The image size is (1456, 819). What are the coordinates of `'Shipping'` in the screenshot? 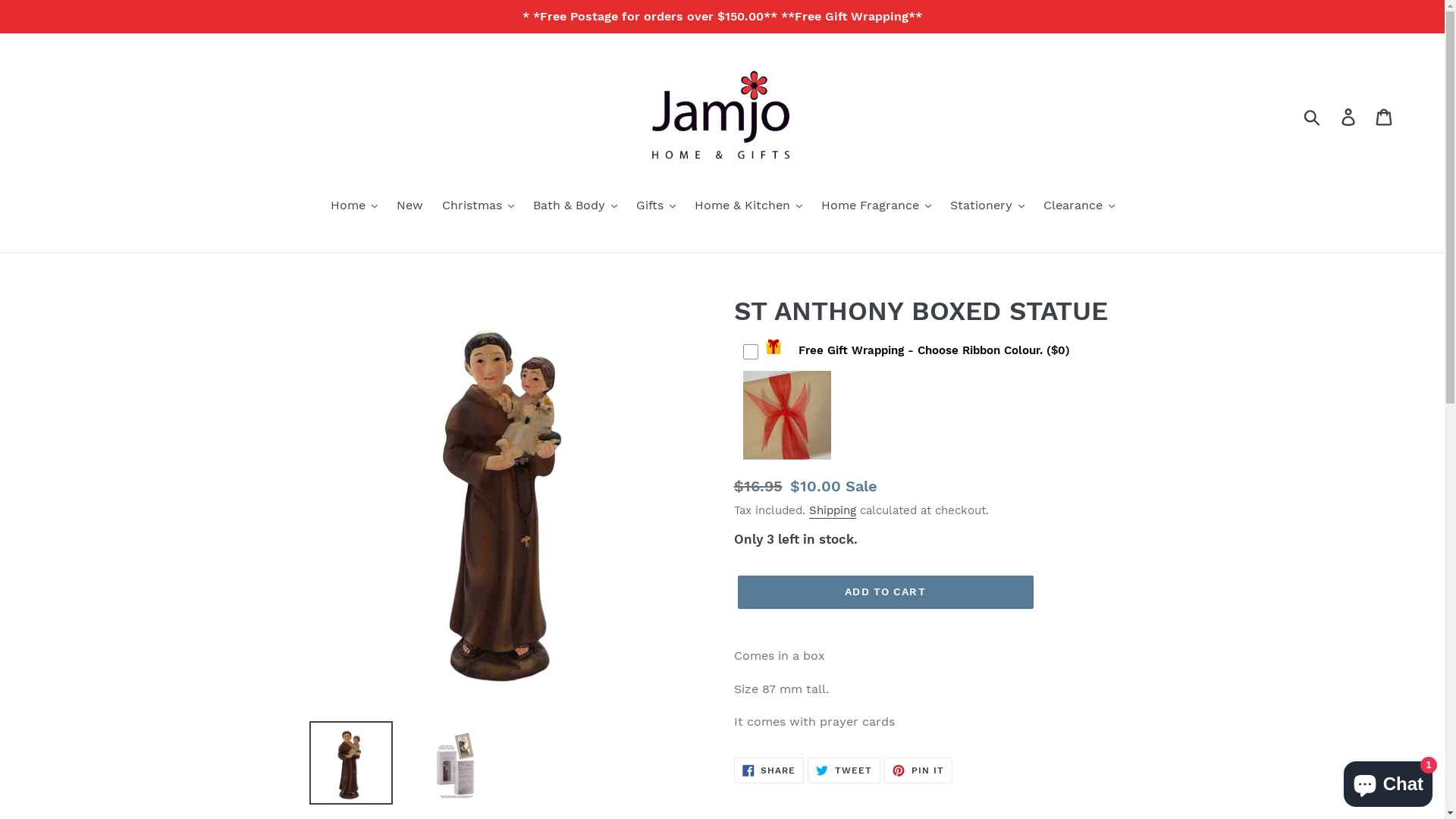 It's located at (807, 511).